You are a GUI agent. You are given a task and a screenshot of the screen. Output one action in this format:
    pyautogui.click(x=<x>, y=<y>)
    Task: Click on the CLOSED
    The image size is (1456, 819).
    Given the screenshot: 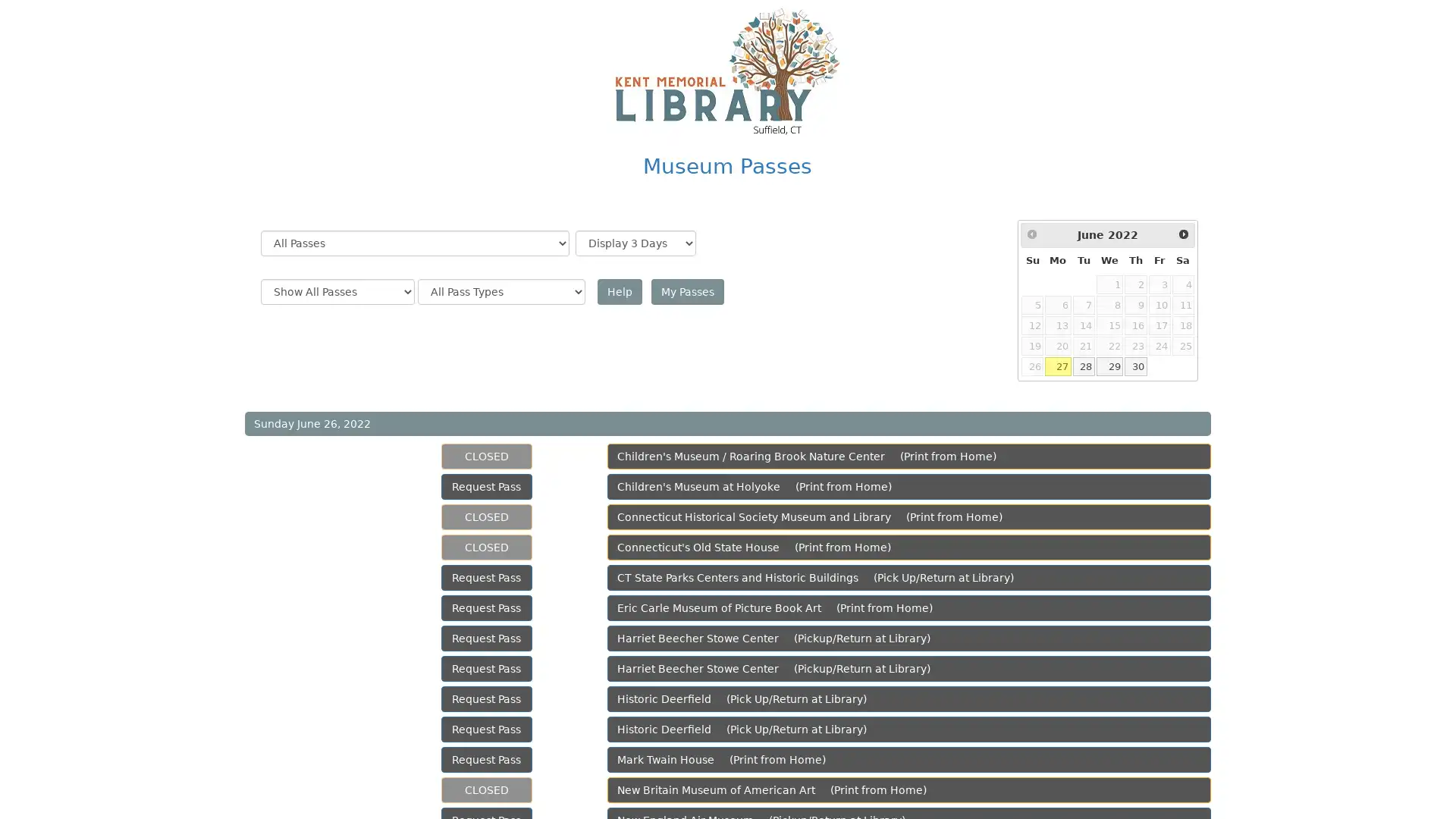 What is the action you would take?
    pyautogui.click(x=486, y=516)
    